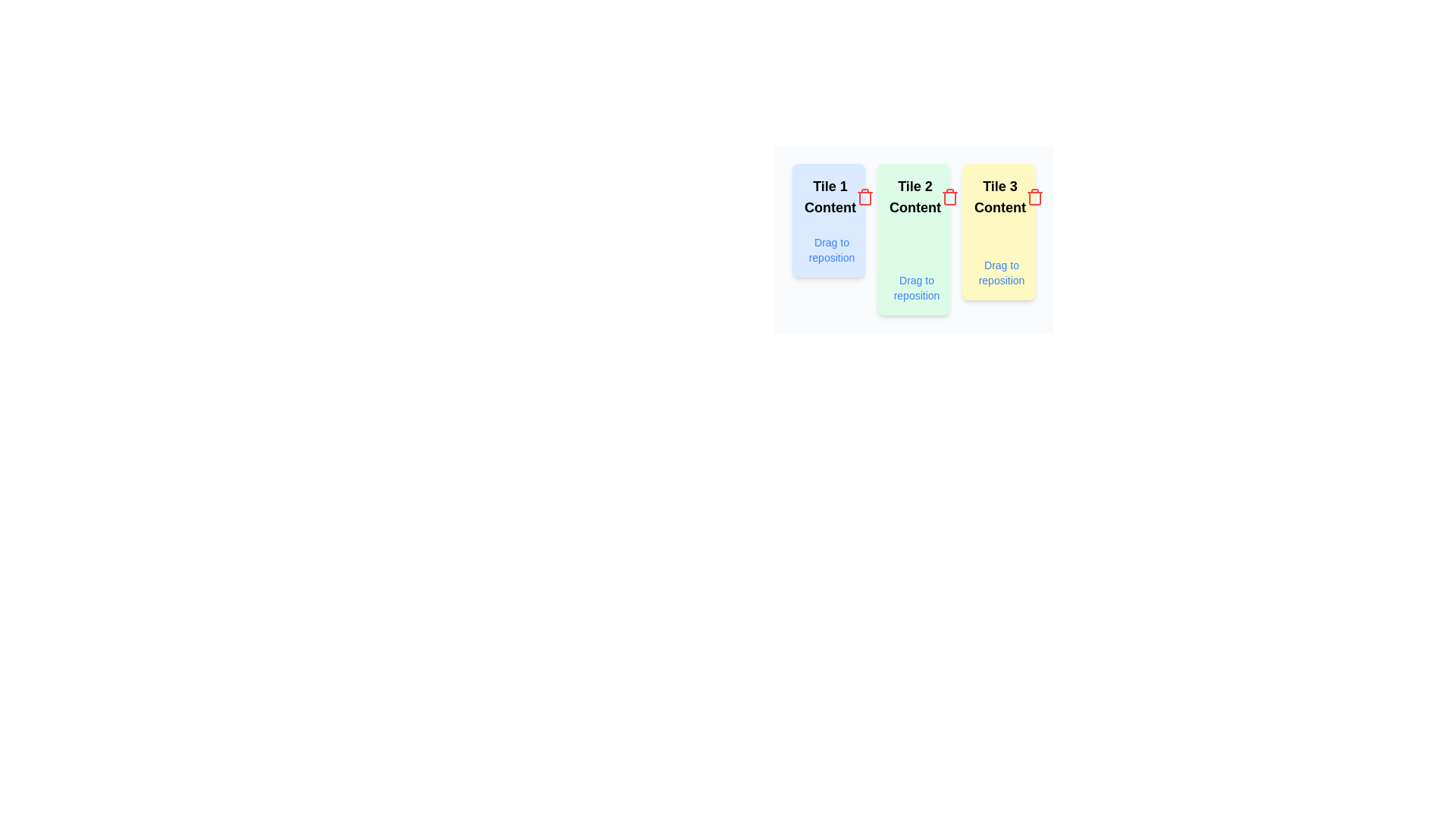  I want to click on the instructional label located at the bottom of the third card labeled 'Tile 3 Content', so click(1001, 271).